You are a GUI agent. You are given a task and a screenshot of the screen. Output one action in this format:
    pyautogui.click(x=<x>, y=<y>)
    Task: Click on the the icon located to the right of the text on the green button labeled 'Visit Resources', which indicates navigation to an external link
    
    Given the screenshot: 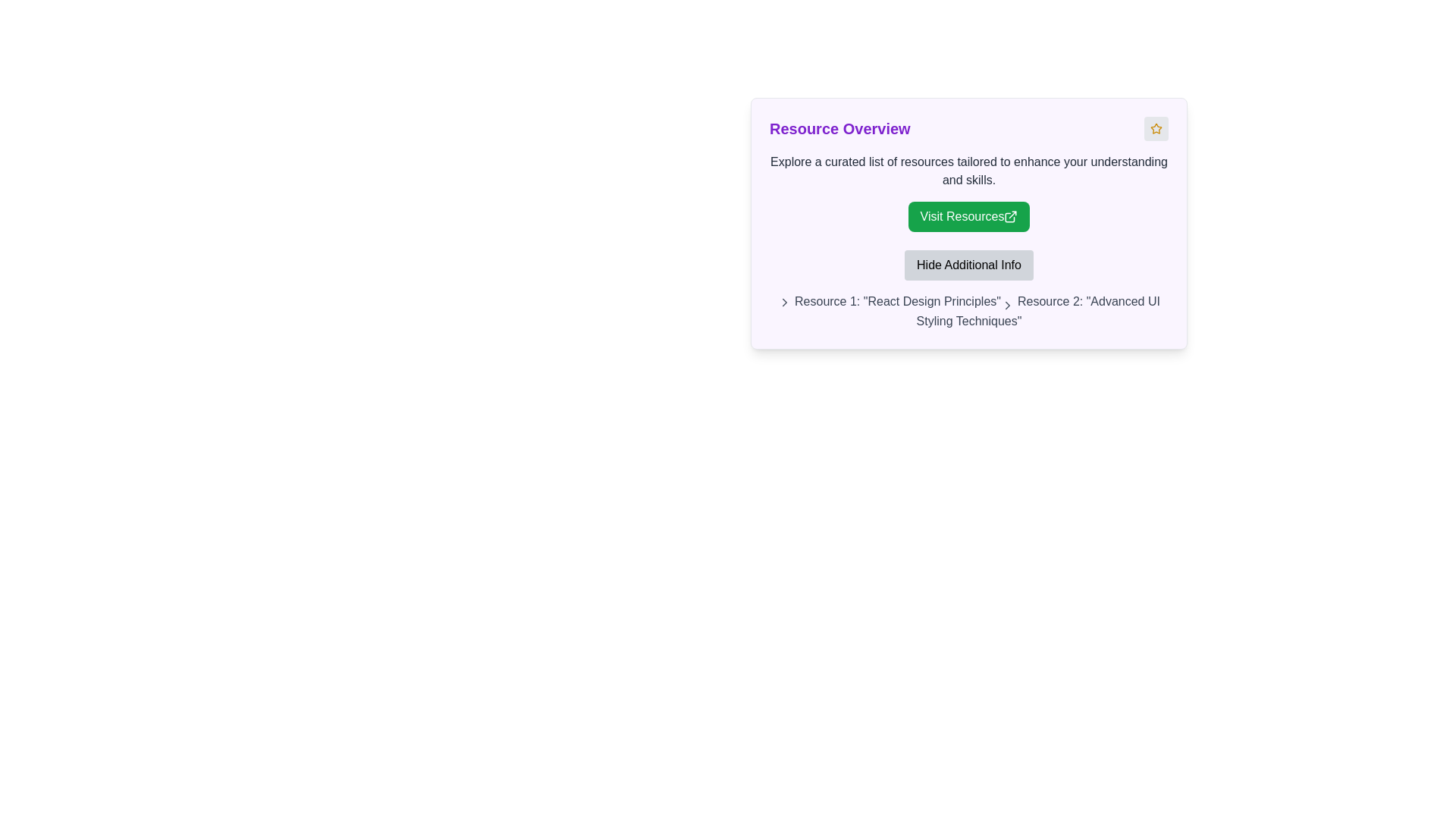 What is the action you would take?
    pyautogui.click(x=1011, y=216)
    